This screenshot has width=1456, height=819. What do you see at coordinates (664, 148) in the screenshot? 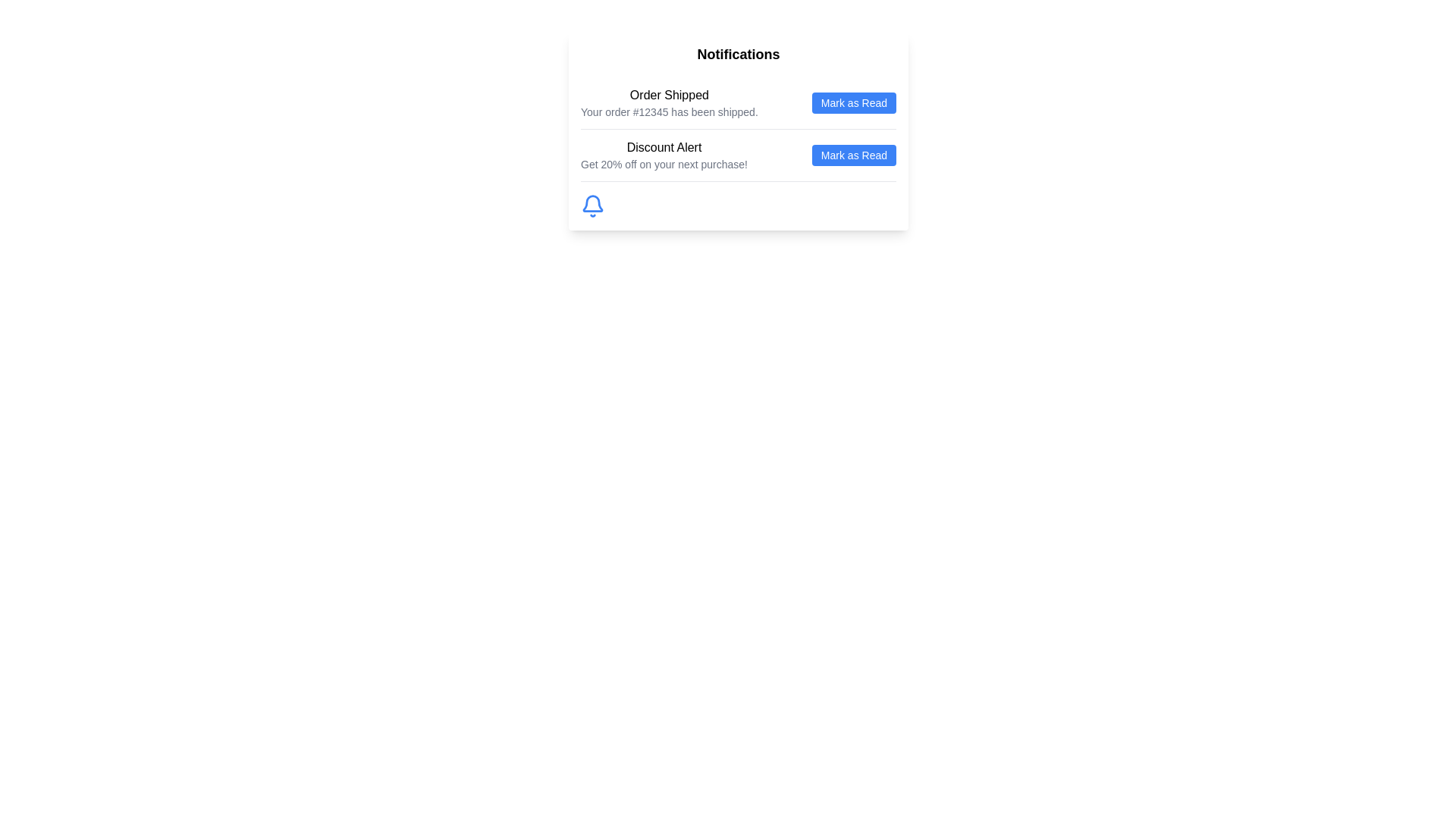
I see `the 'Discount Alert' text label, which is a bold notification positioned within a notification card, located below the 'Order Shipped' notification` at bounding box center [664, 148].